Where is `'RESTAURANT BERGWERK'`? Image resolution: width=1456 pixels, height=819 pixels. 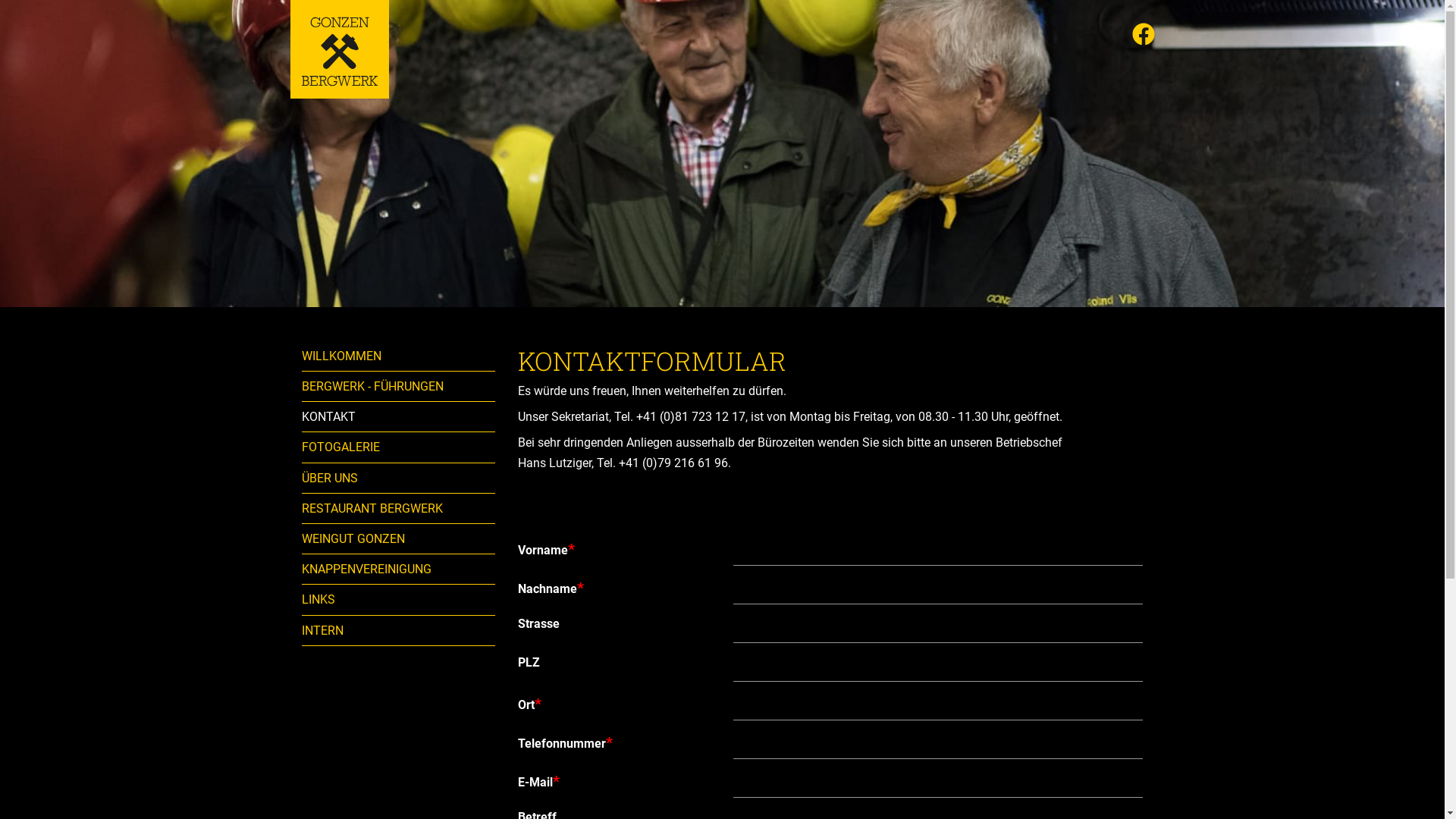 'RESTAURANT BERGWERK' is located at coordinates (398, 508).